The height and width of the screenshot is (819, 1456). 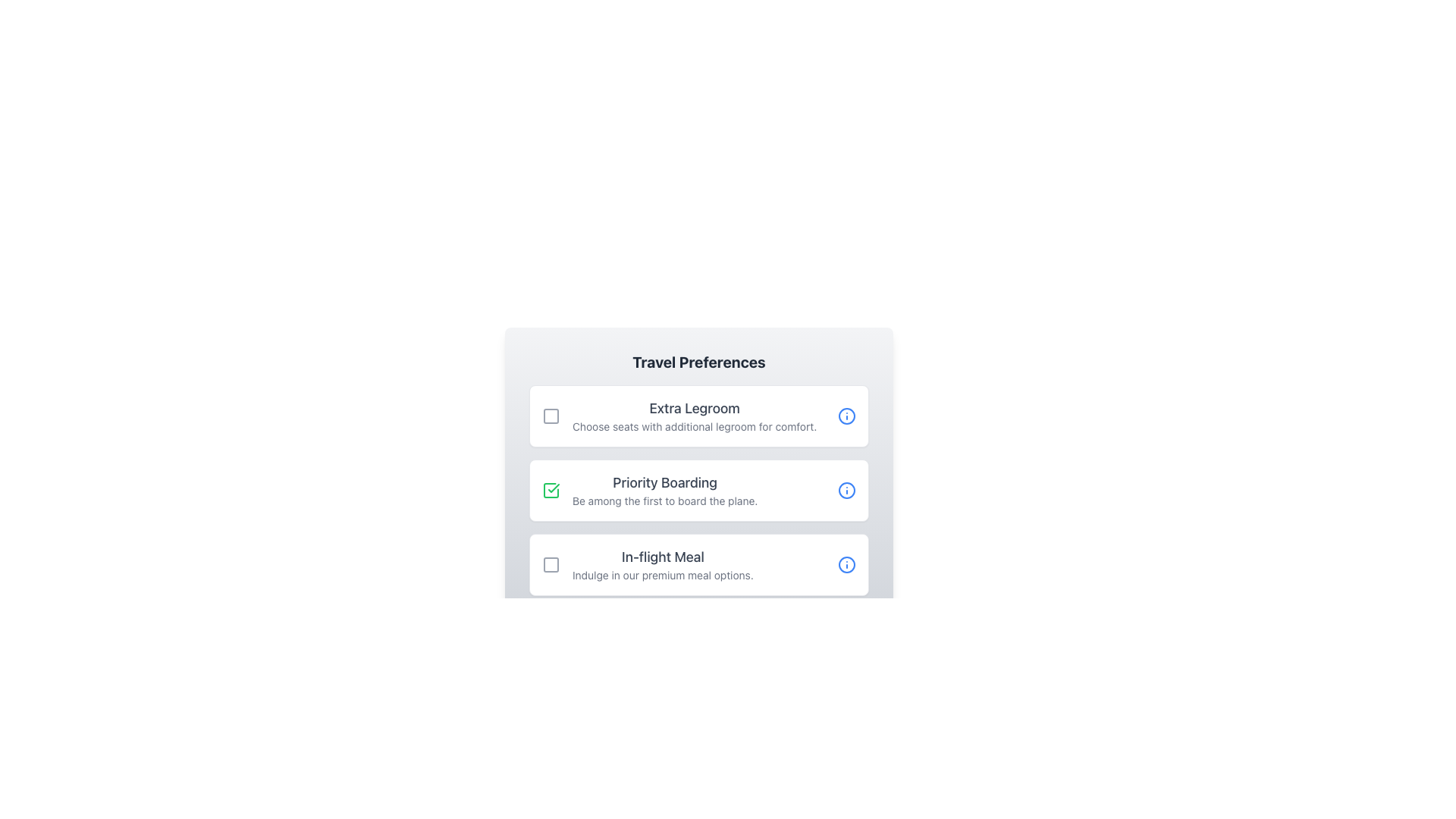 I want to click on explanatory text located directly below the 'Priority Boarding' section, which provides additional information about the option, so click(x=665, y=500).